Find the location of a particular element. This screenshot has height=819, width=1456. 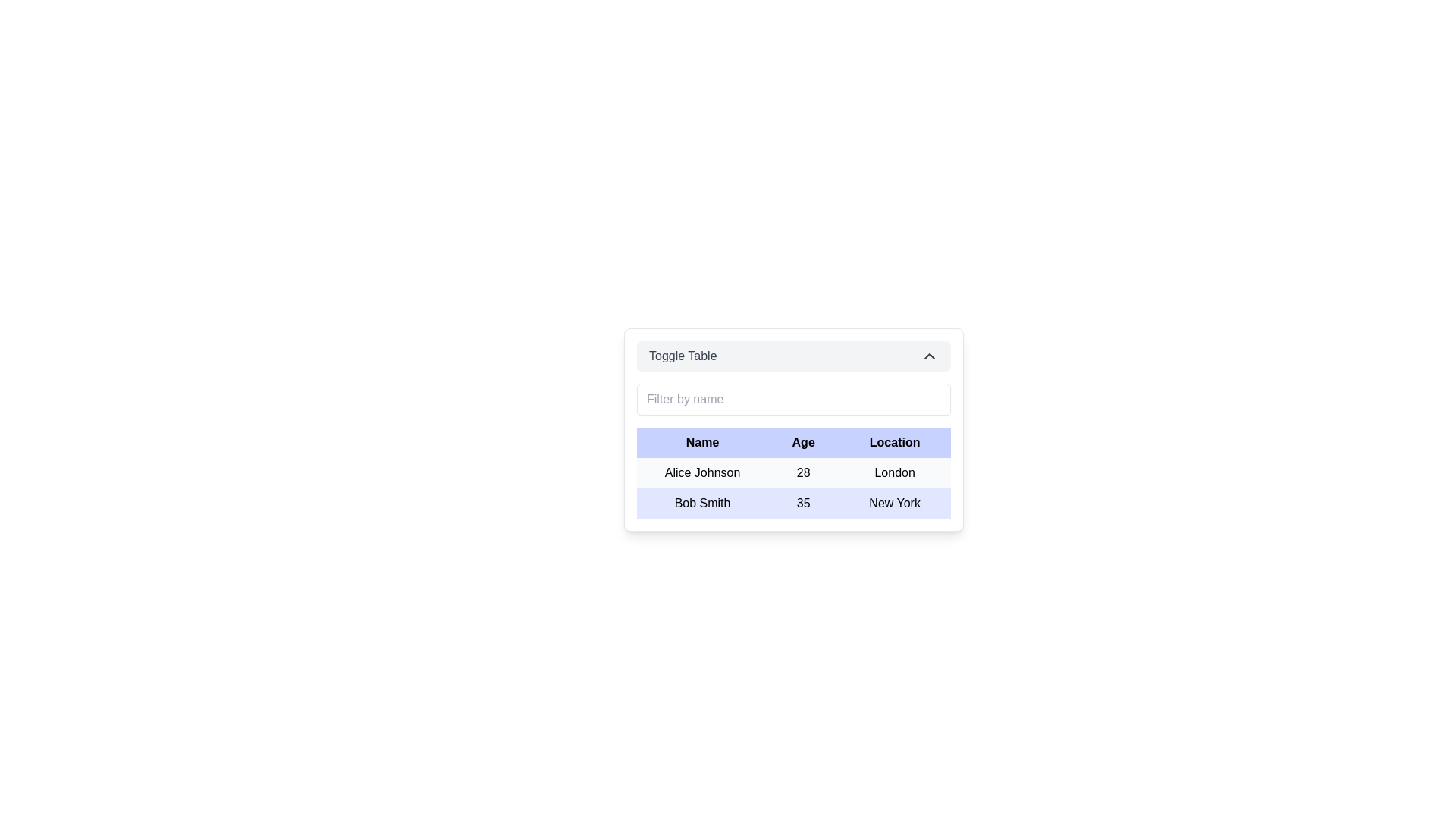

the table header row that contains the categorical labels 'Name', 'Age', and 'Location', which is the first row of the table positioned below the input field is located at coordinates (792, 442).